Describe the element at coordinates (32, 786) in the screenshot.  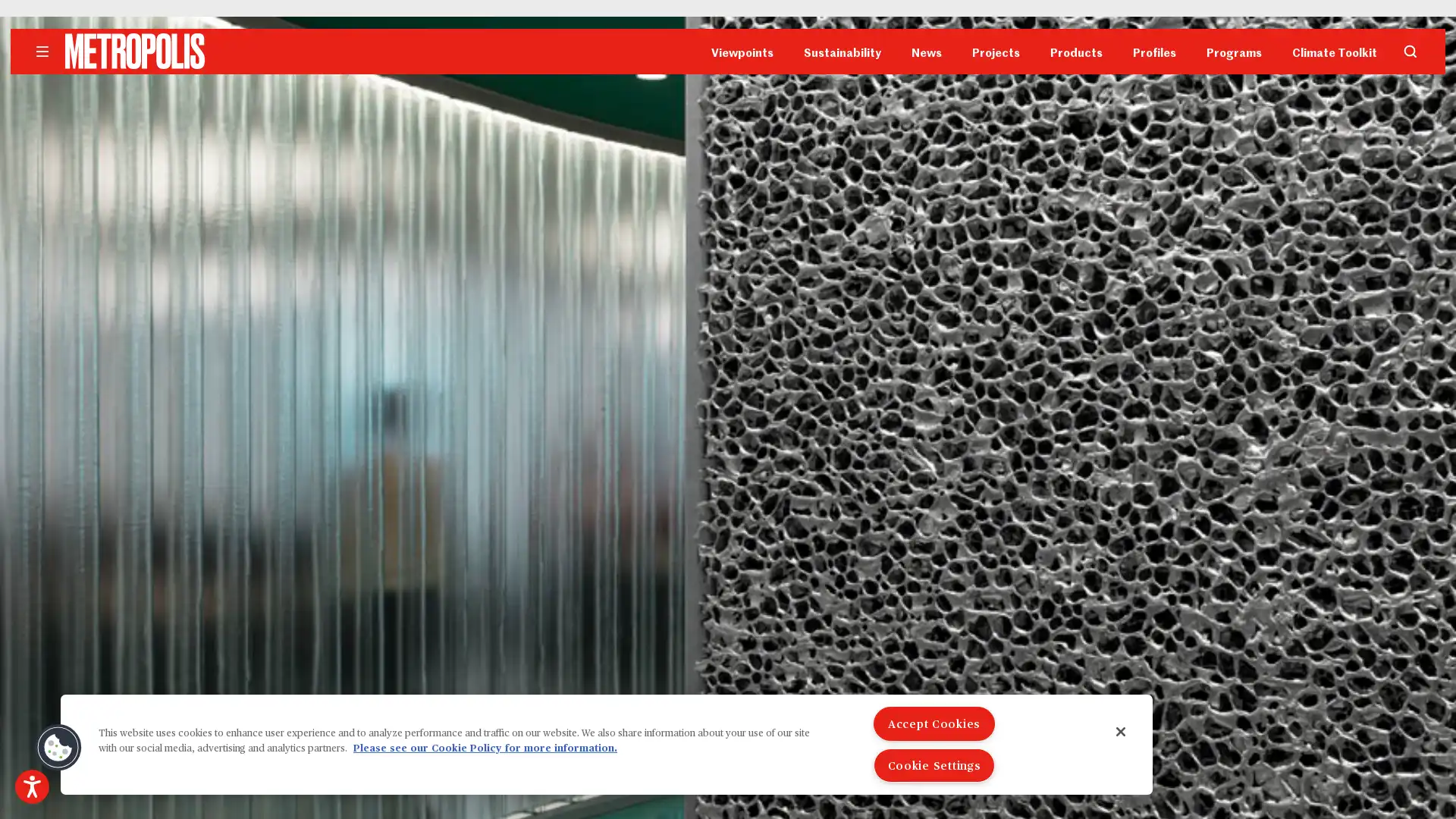
I see `Open accessibility options, statement and help` at that location.